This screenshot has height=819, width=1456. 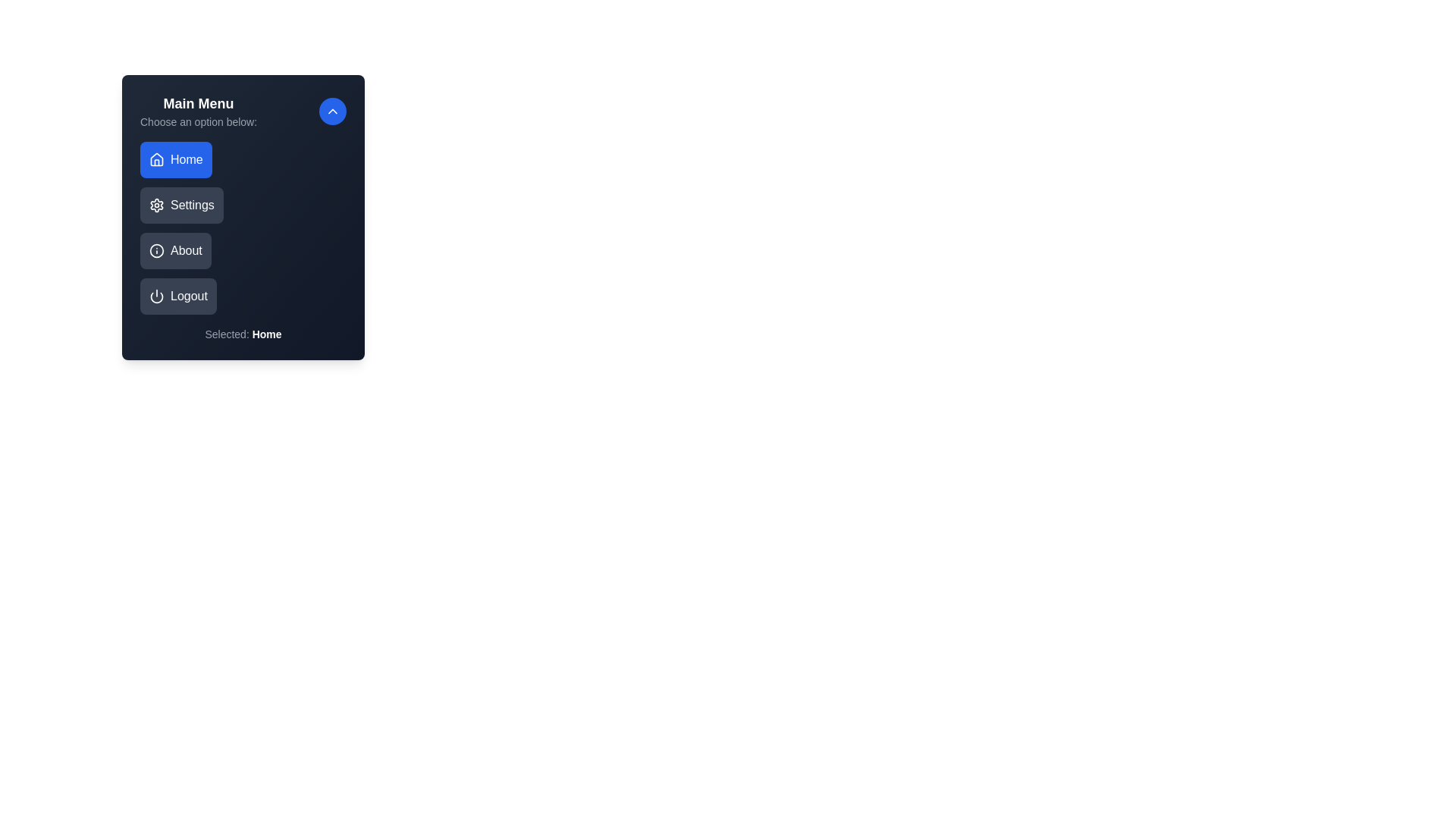 I want to click on the power symbol SVG icon located to the left of the 'Logout' text in the bottom menu list, so click(x=156, y=296).